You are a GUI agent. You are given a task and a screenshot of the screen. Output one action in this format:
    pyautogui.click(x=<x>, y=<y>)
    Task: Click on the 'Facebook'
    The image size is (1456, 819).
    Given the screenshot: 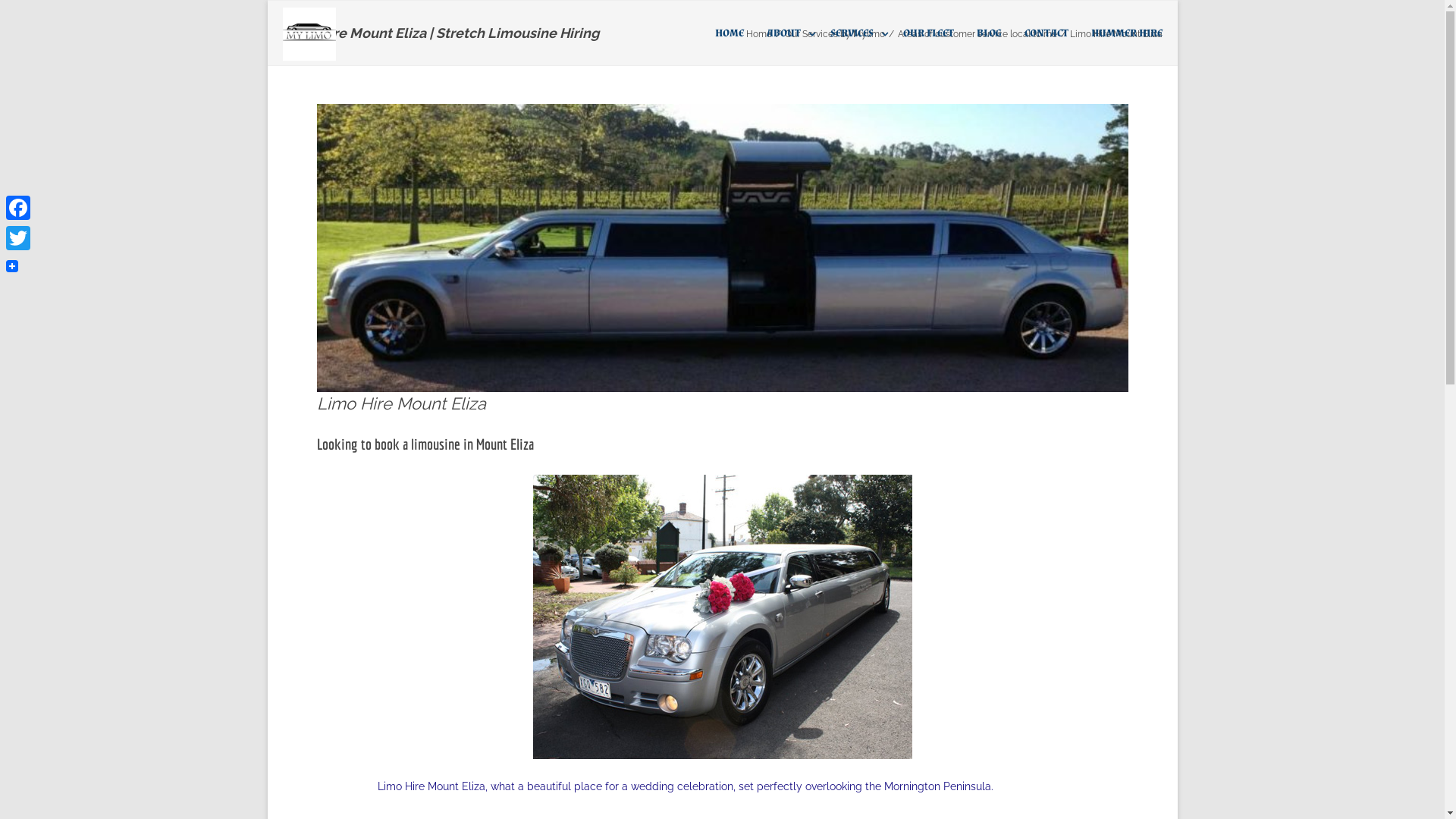 What is the action you would take?
    pyautogui.click(x=18, y=207)
    